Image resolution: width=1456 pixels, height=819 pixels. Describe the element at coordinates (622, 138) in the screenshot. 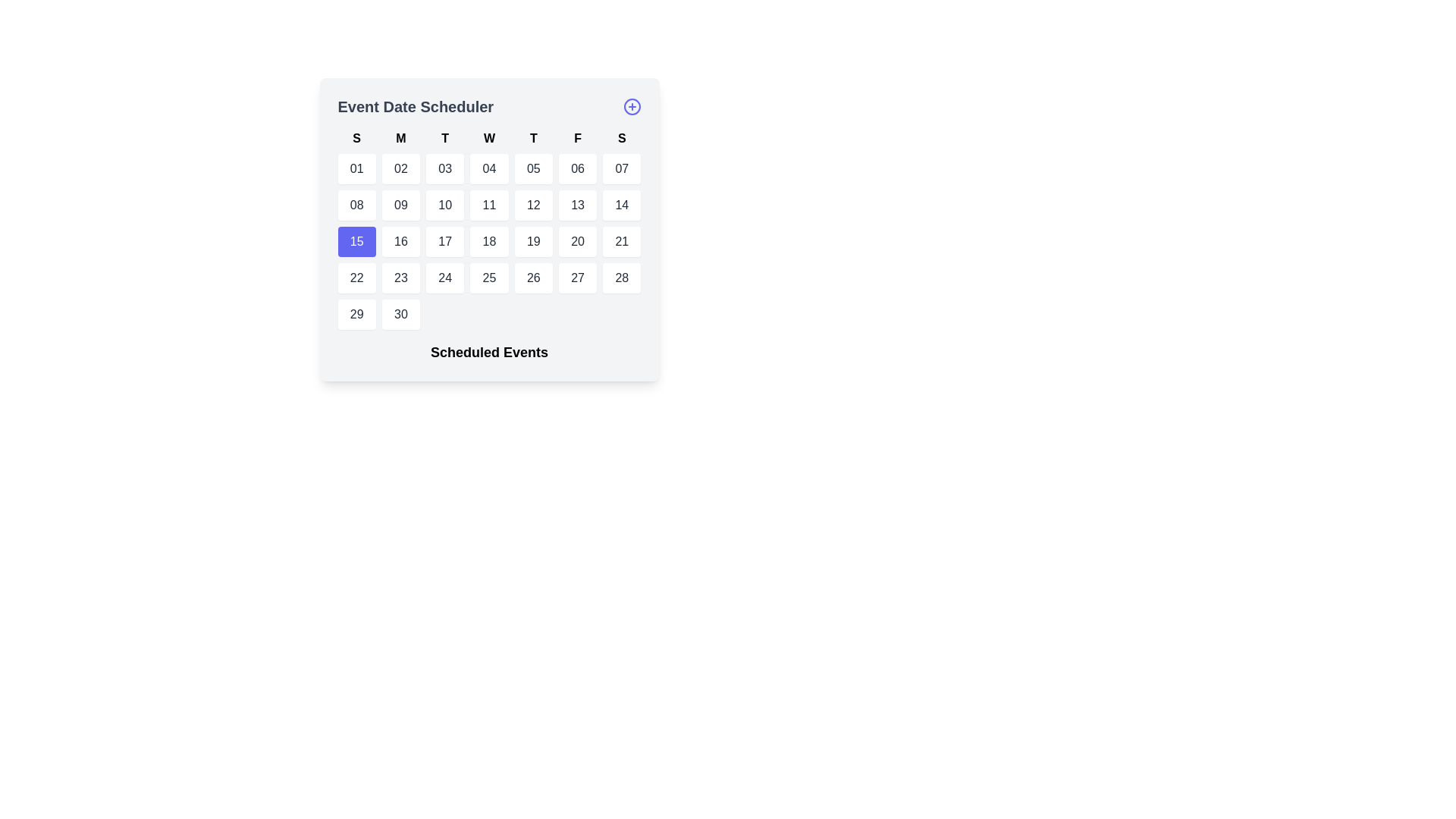

I see `the character 'S' in the Event Date Scheduler, which is the seventh item in a row of characters styled in black` at that location.